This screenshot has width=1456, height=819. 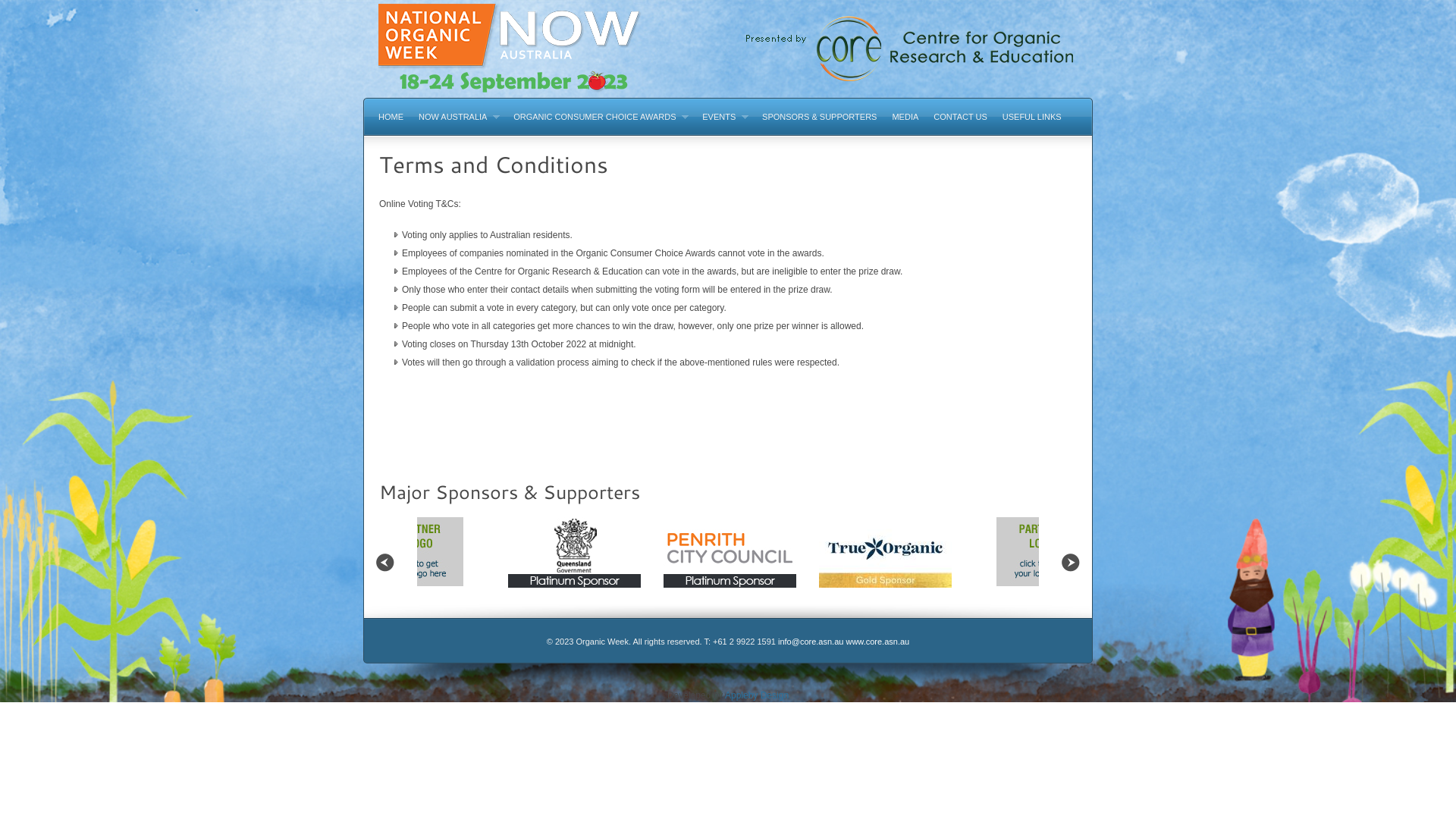 I want to click on 'USEFUL LINKS', so click(x=1031, y=115).